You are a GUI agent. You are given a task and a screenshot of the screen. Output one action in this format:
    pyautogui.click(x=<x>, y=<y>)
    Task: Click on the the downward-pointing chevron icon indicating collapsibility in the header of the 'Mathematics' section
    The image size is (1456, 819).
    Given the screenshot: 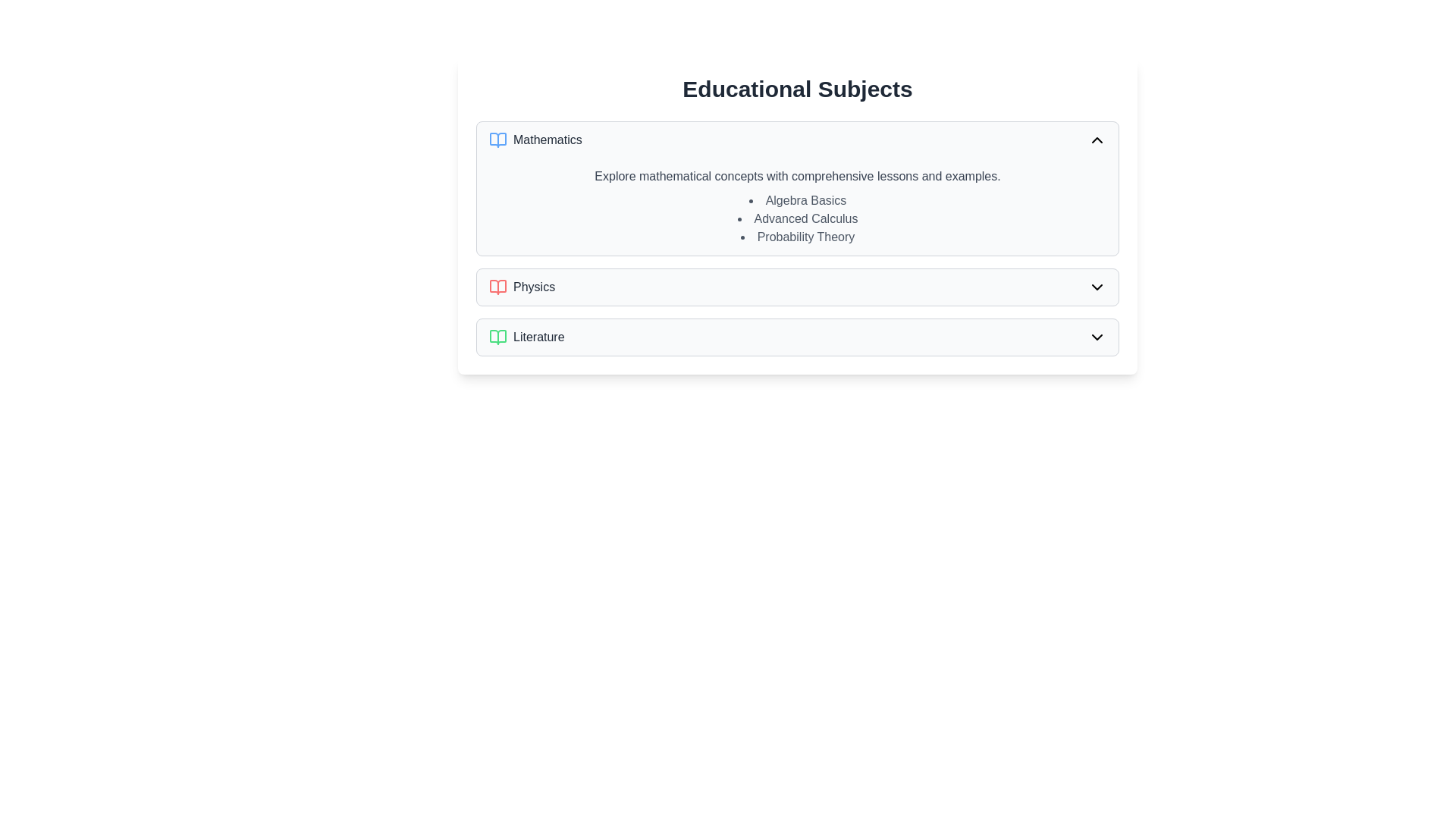 What is the action you would take?
    pyautogui.click(x=1097, y=140)
    